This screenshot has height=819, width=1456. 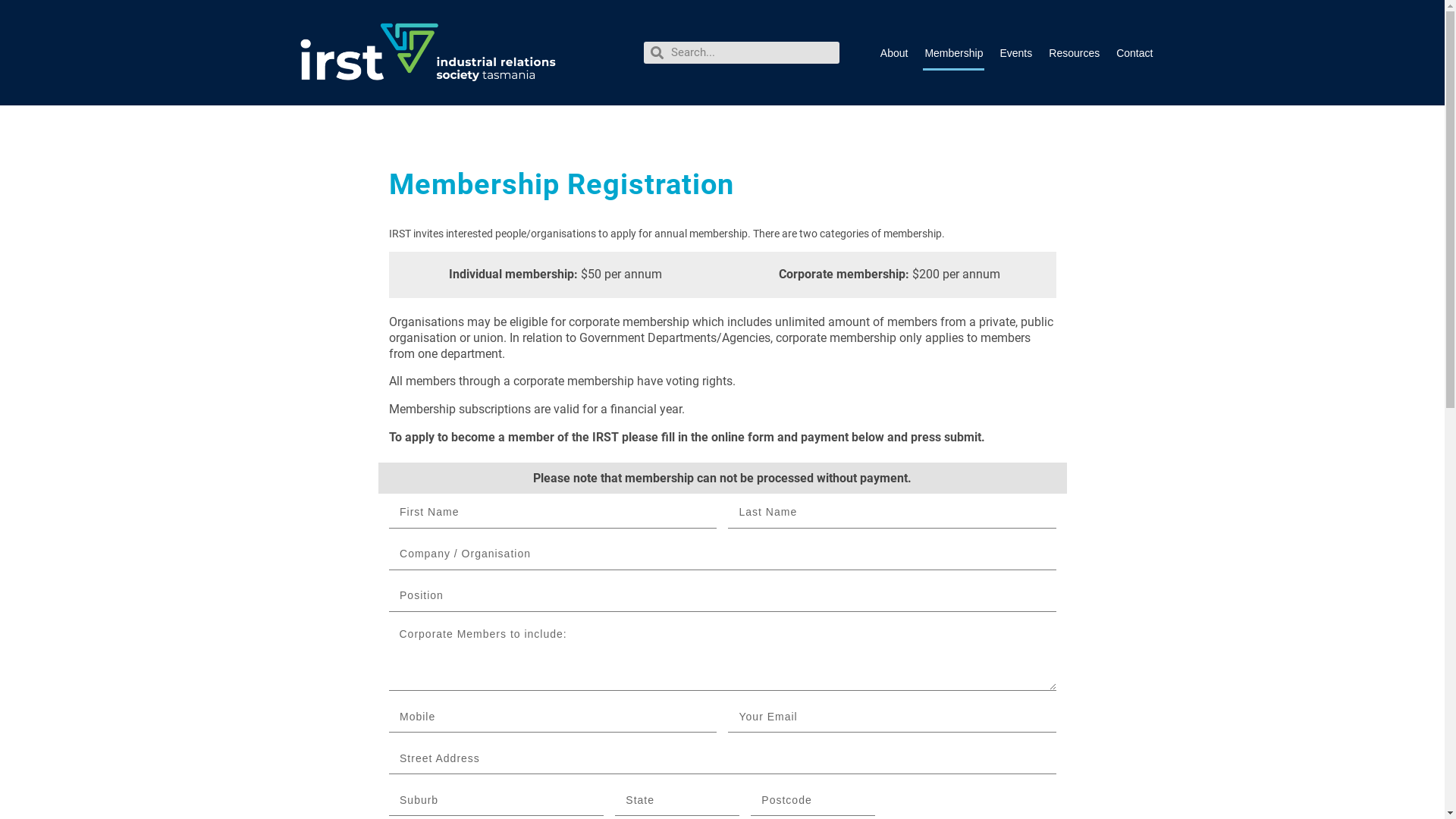 What do you see at coordinates (1134, 52) in the screenshot?
I see `'Contact'` at bounding box center [1134, 52].